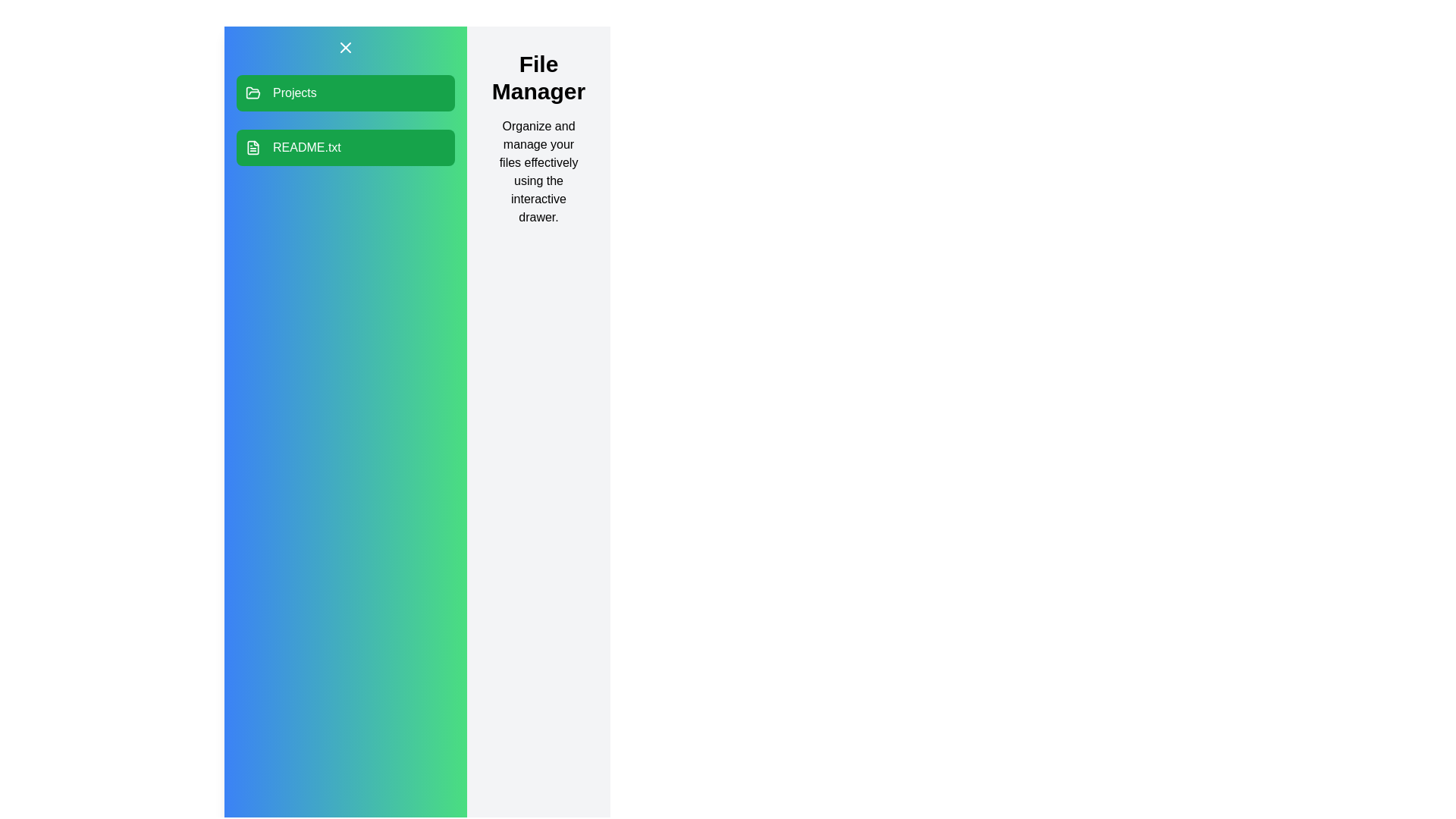  I want to click on the close button to toggle the visibility of the drawer, so click(345, 46).